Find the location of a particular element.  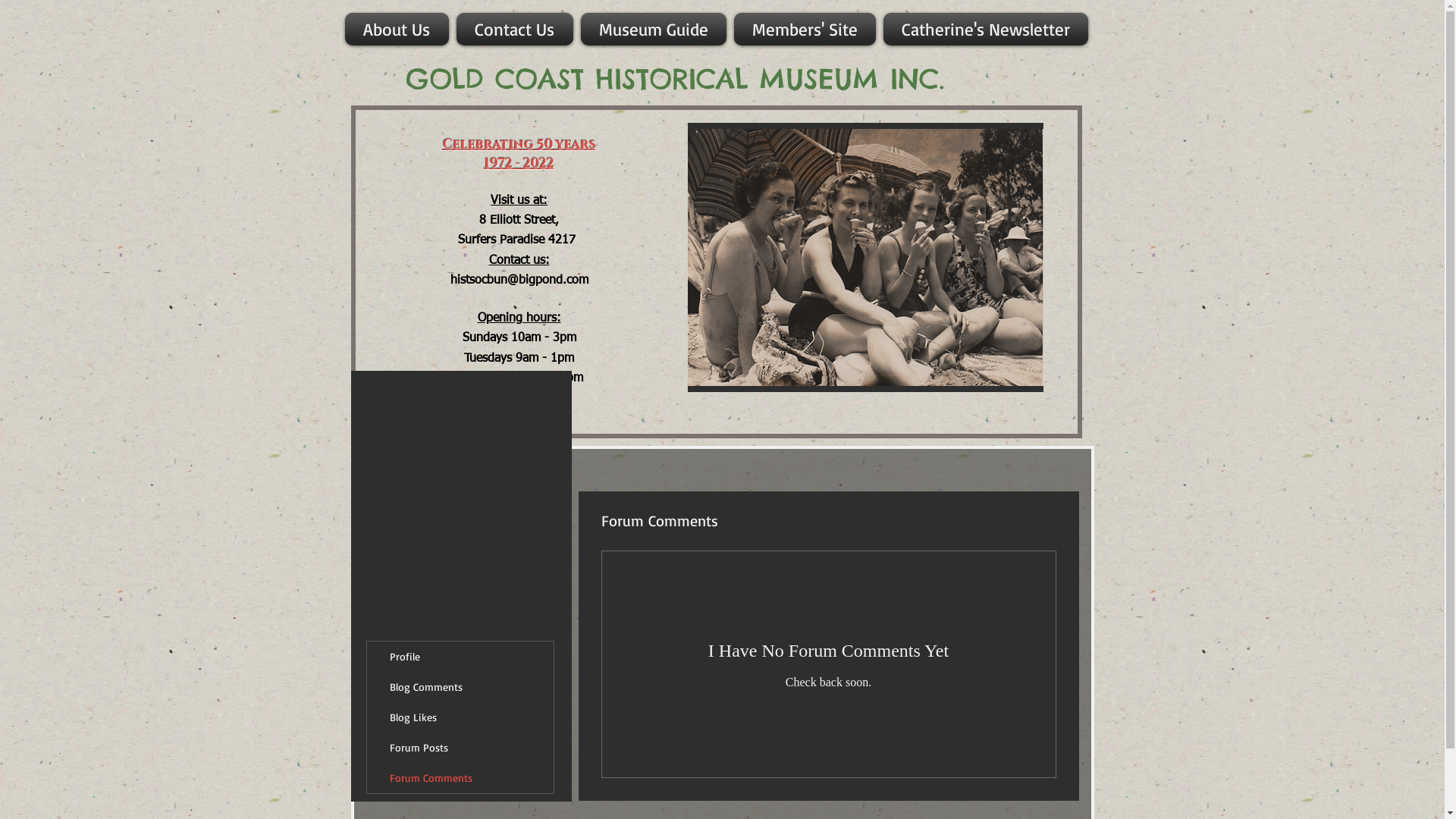

'Blog Comments' is located at coordinates (459, 687).